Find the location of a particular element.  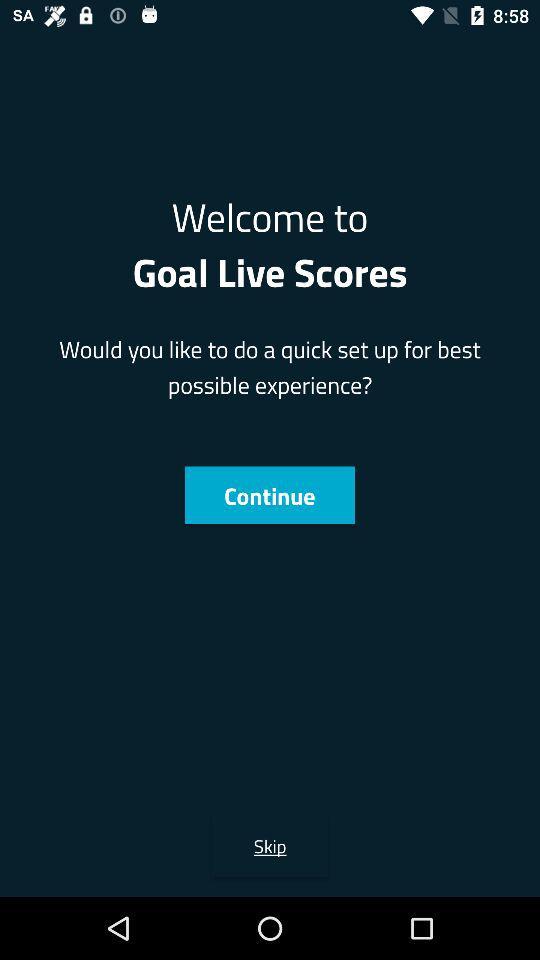

the icon below the continue item is located at coordinates (270, 844).